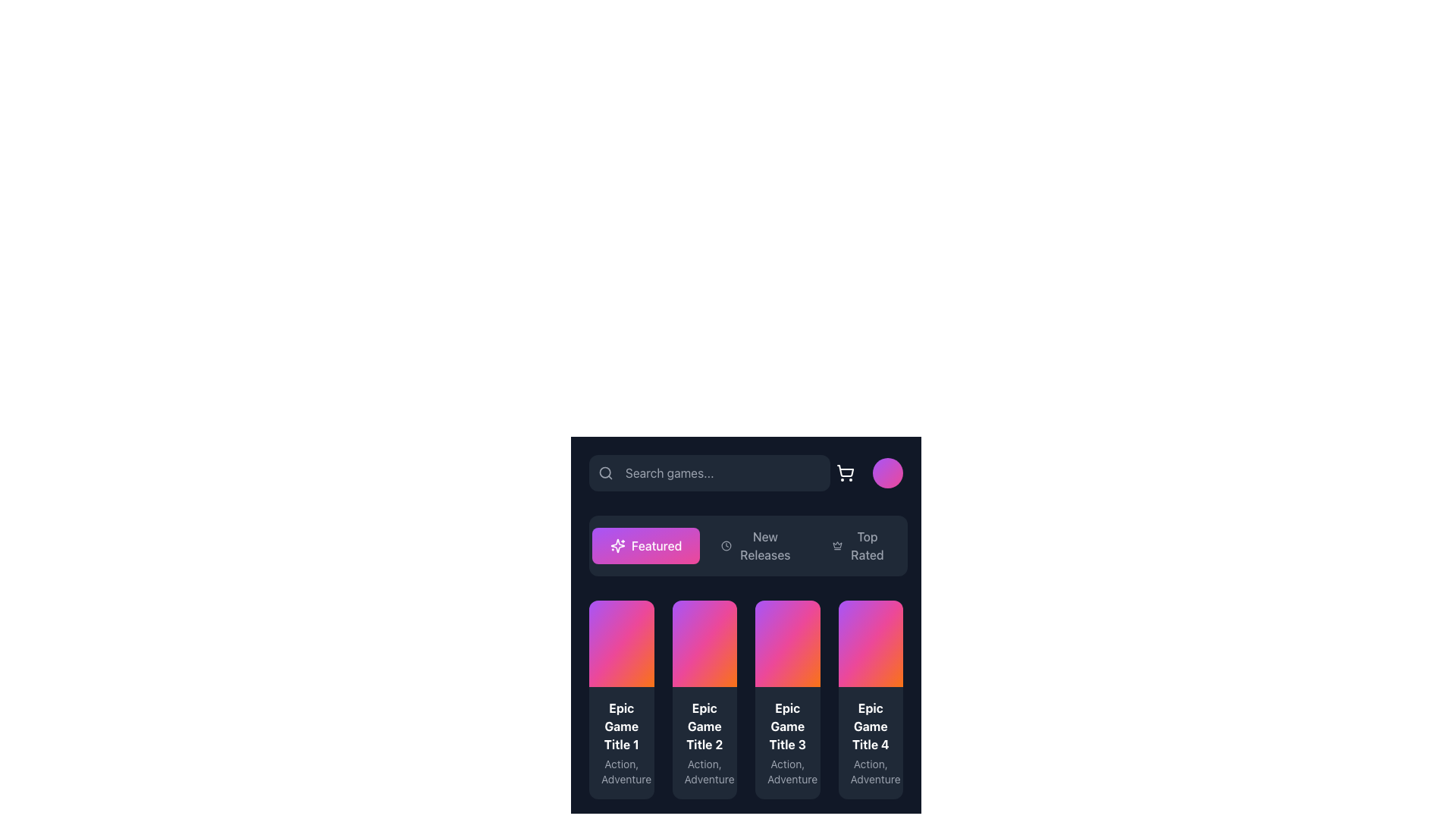  I want to click on the second game title card in the store-like interface, so click(704, 704).